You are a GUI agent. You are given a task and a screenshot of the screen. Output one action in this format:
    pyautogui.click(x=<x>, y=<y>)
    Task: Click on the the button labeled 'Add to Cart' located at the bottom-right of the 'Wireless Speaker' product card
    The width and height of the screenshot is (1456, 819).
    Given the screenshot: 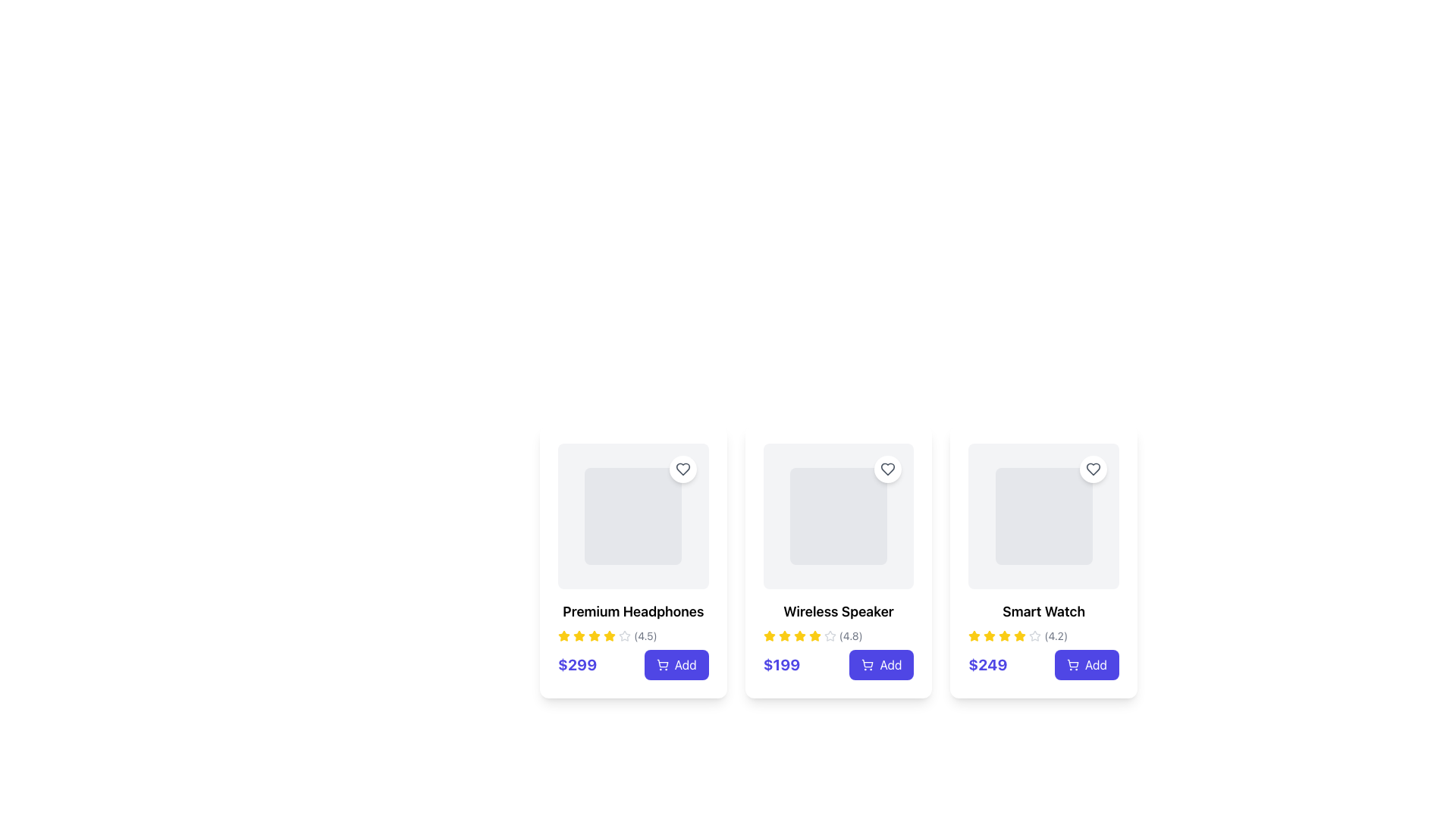 What is the action you would take?
    pyautogui.click(x=890, y=664)
    